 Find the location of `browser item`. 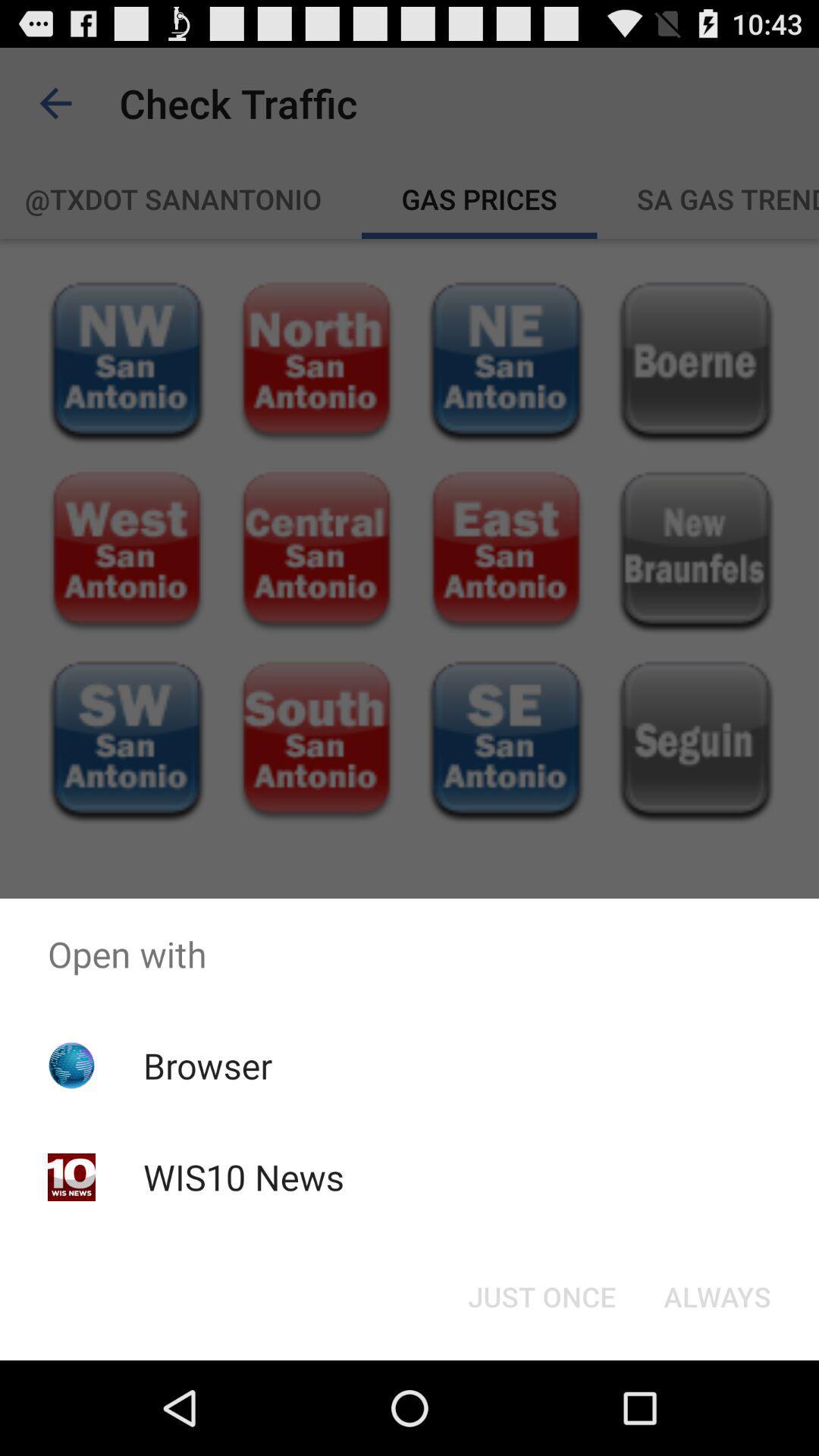

browser item is located at coordinates (208, 1065).